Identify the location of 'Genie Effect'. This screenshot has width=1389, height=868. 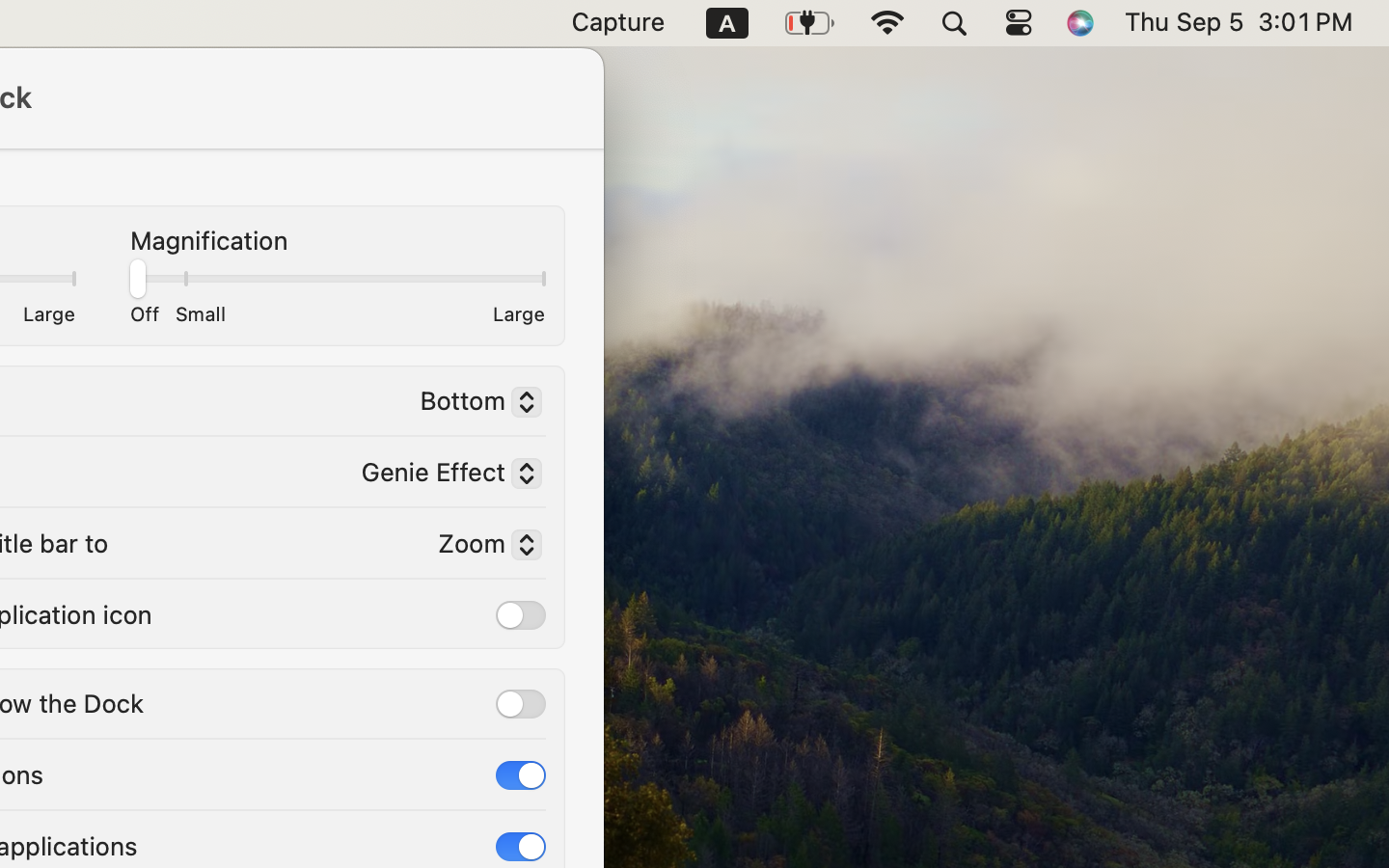
(443, 475).